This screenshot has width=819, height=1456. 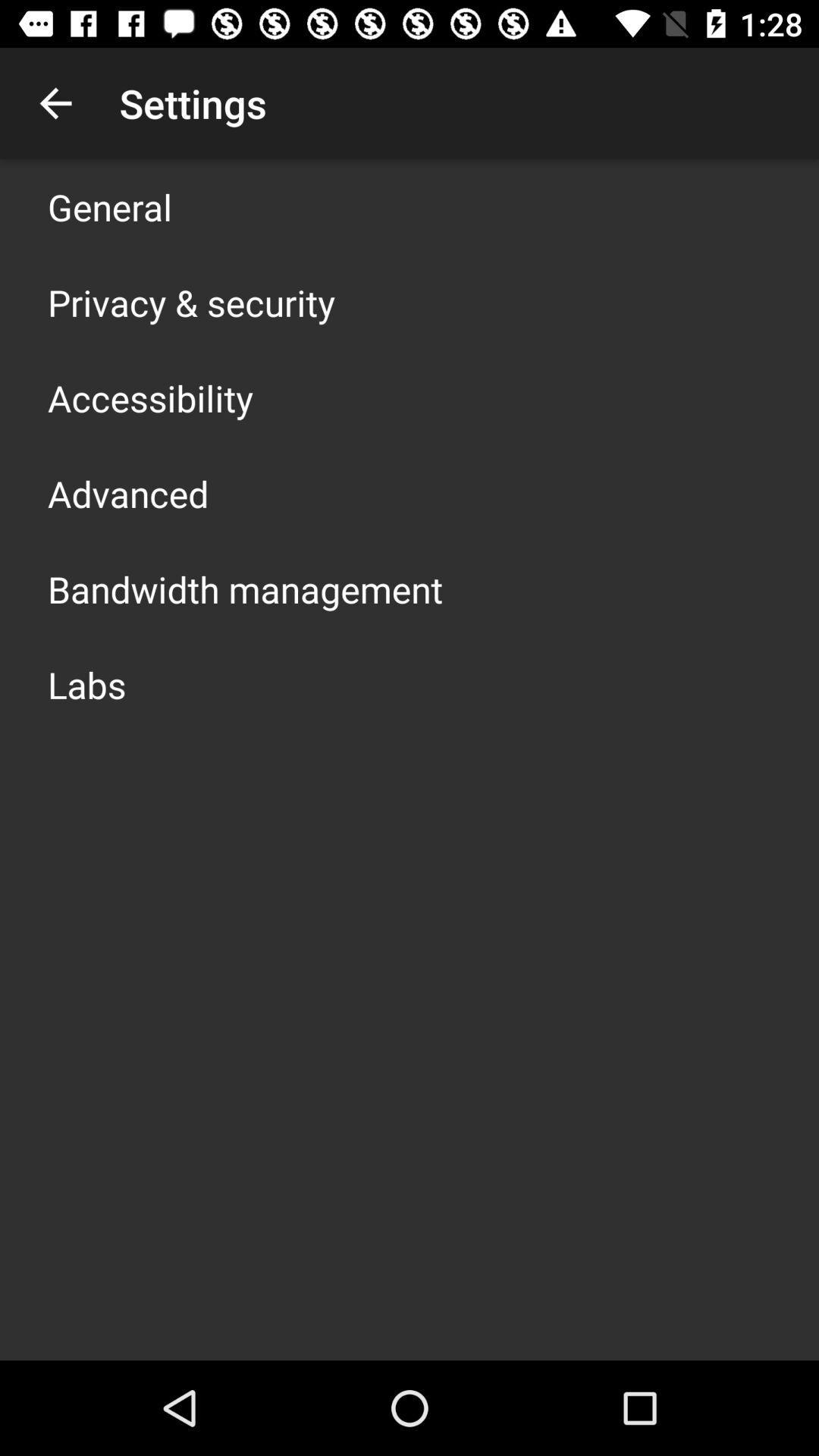 I want to click on the general item, so click(x=109, y=206).